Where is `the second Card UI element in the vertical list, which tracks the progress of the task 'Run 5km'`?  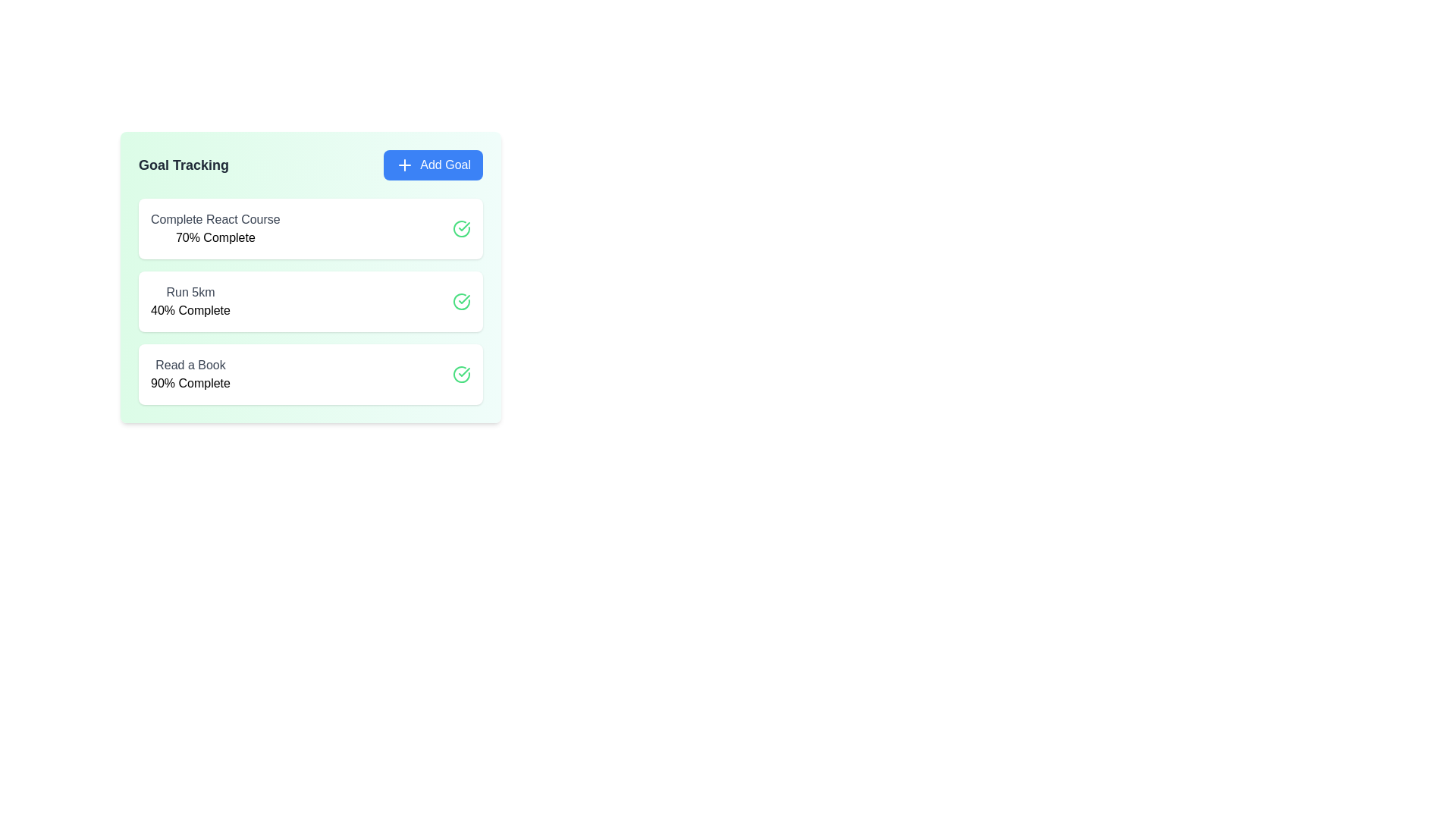
the second Card UI element in the vertical list, which tracks the progress of the task 'Run 5km' is located at coordinates (309, 301).